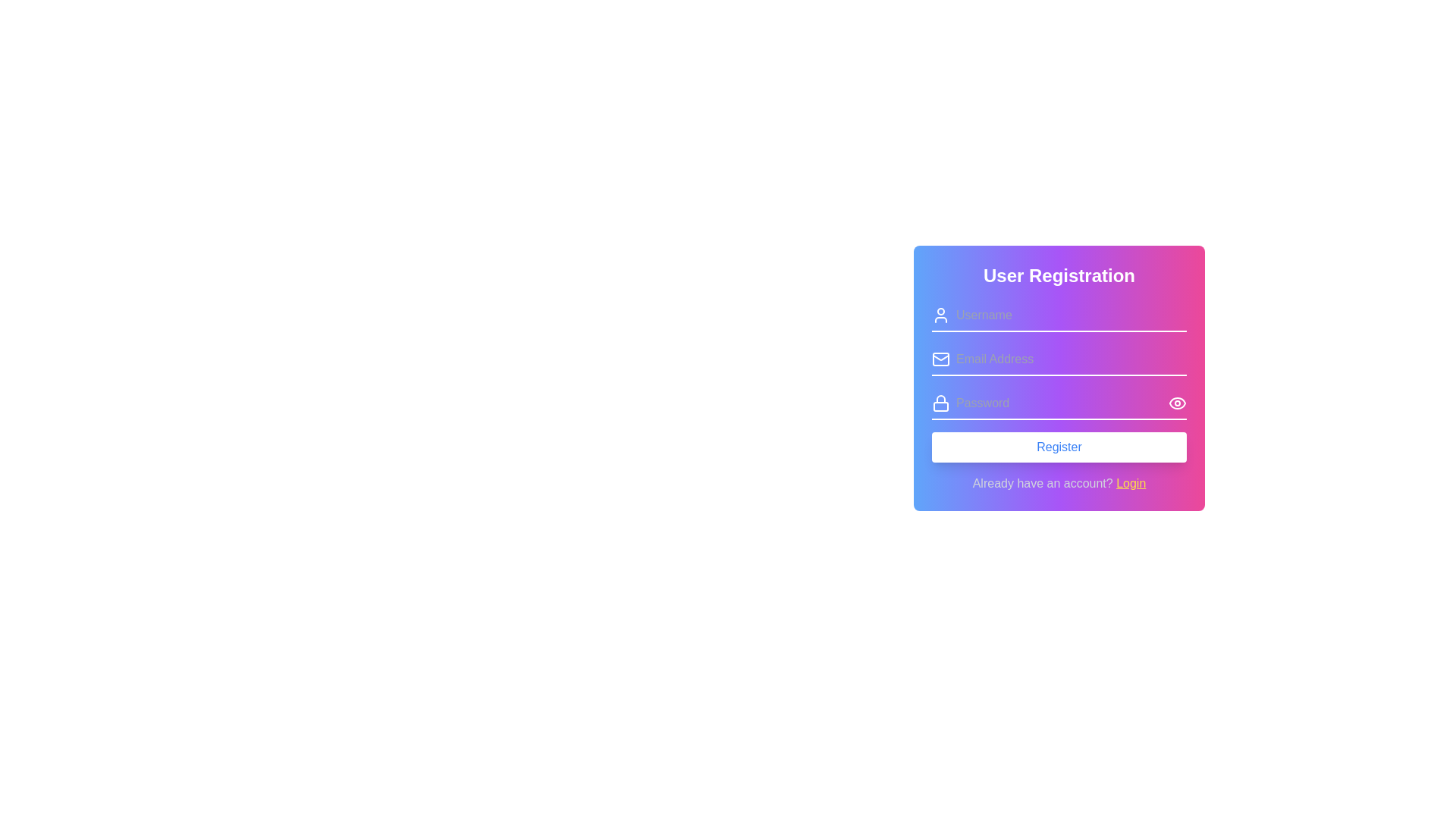 Image resolution: width=1456 pixels, height=819 pixels. Describe the element at coordinates (1058, 380) in the screenshot. I see `inside the user input fields of the registration form to type the username, email address, and password` at that location.